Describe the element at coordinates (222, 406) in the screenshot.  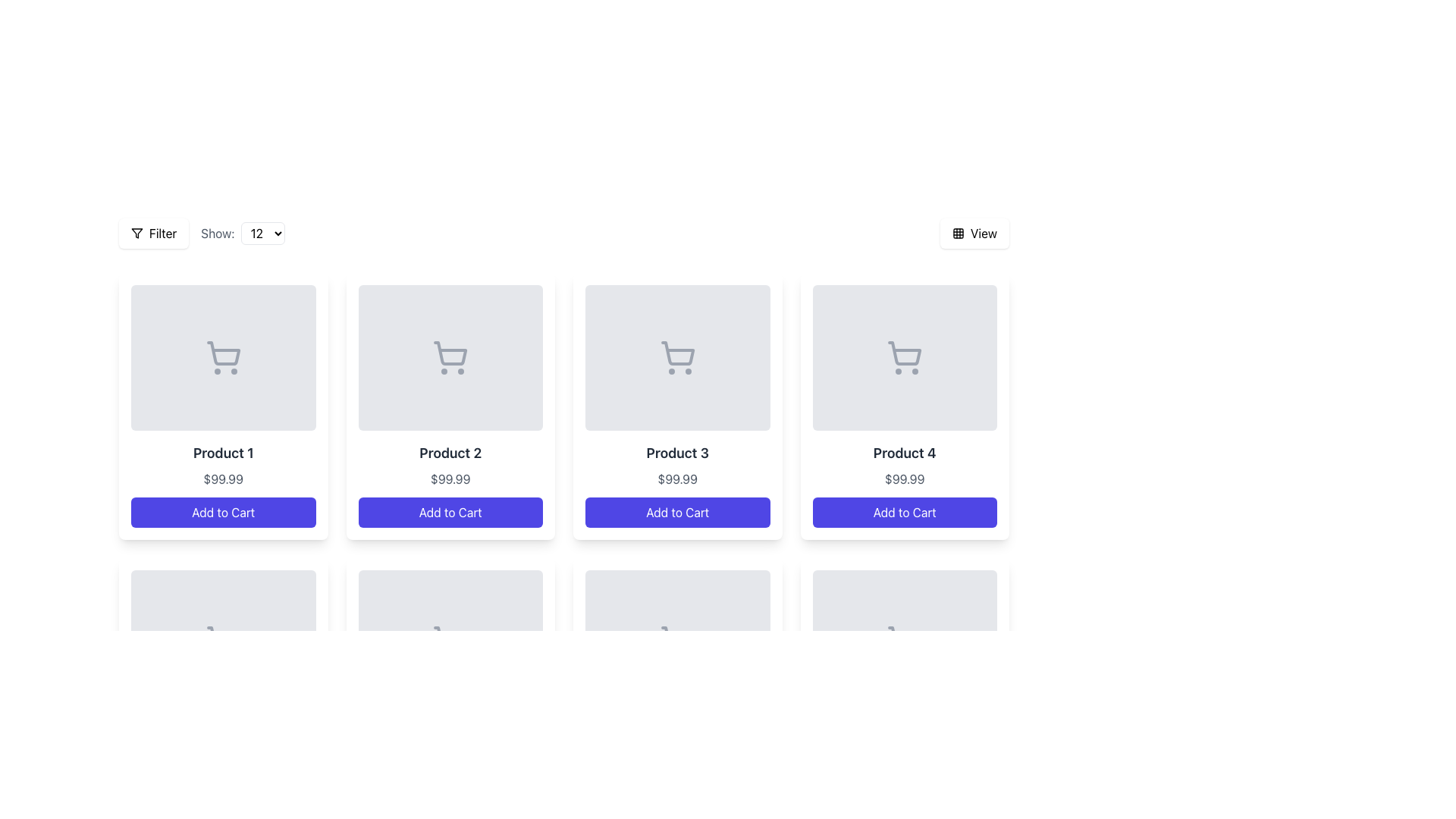
I see `the first product card in the e-commerce interface` at that location.